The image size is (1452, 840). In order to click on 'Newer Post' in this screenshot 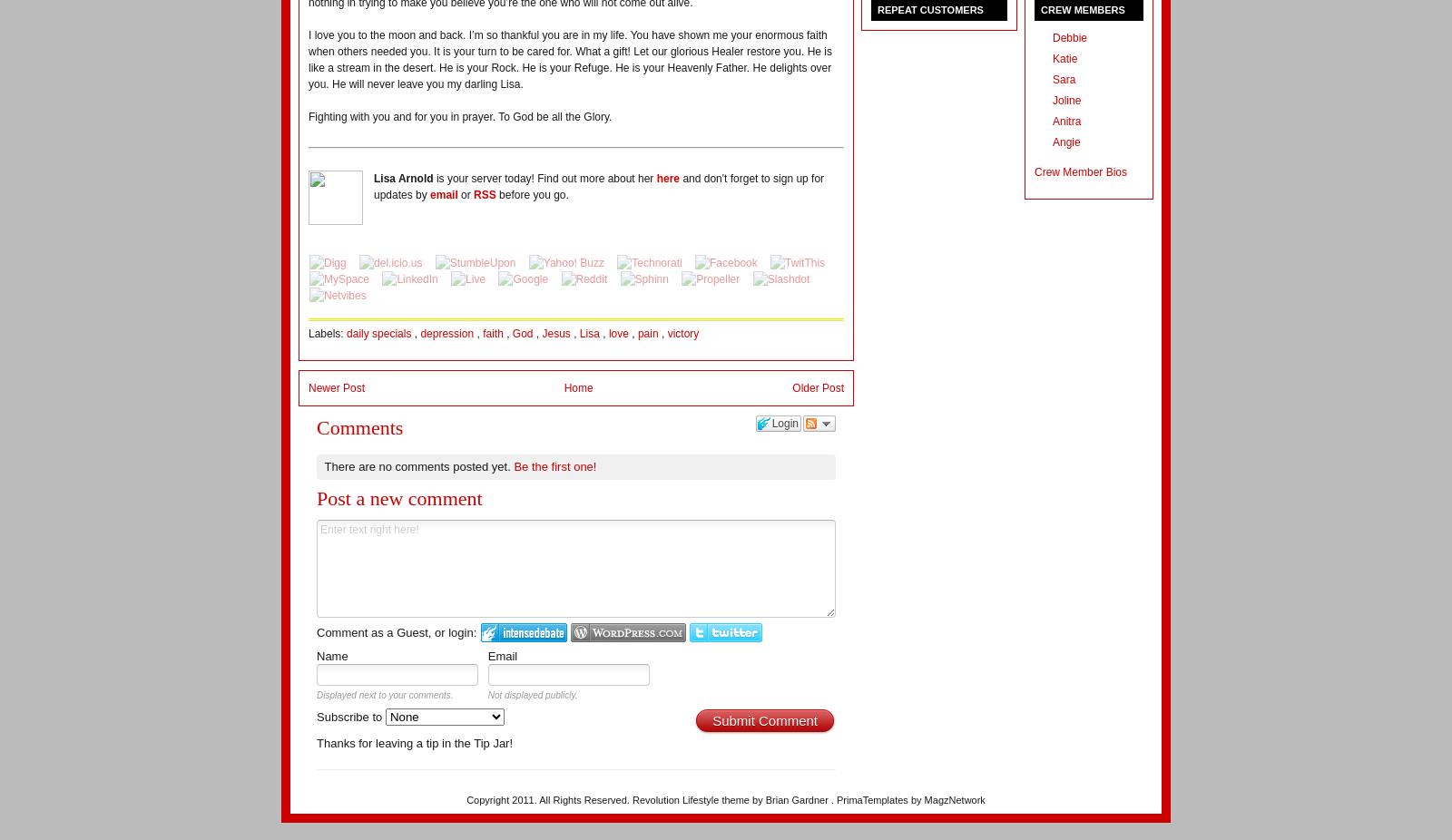, I will do `click(337, 387)`.